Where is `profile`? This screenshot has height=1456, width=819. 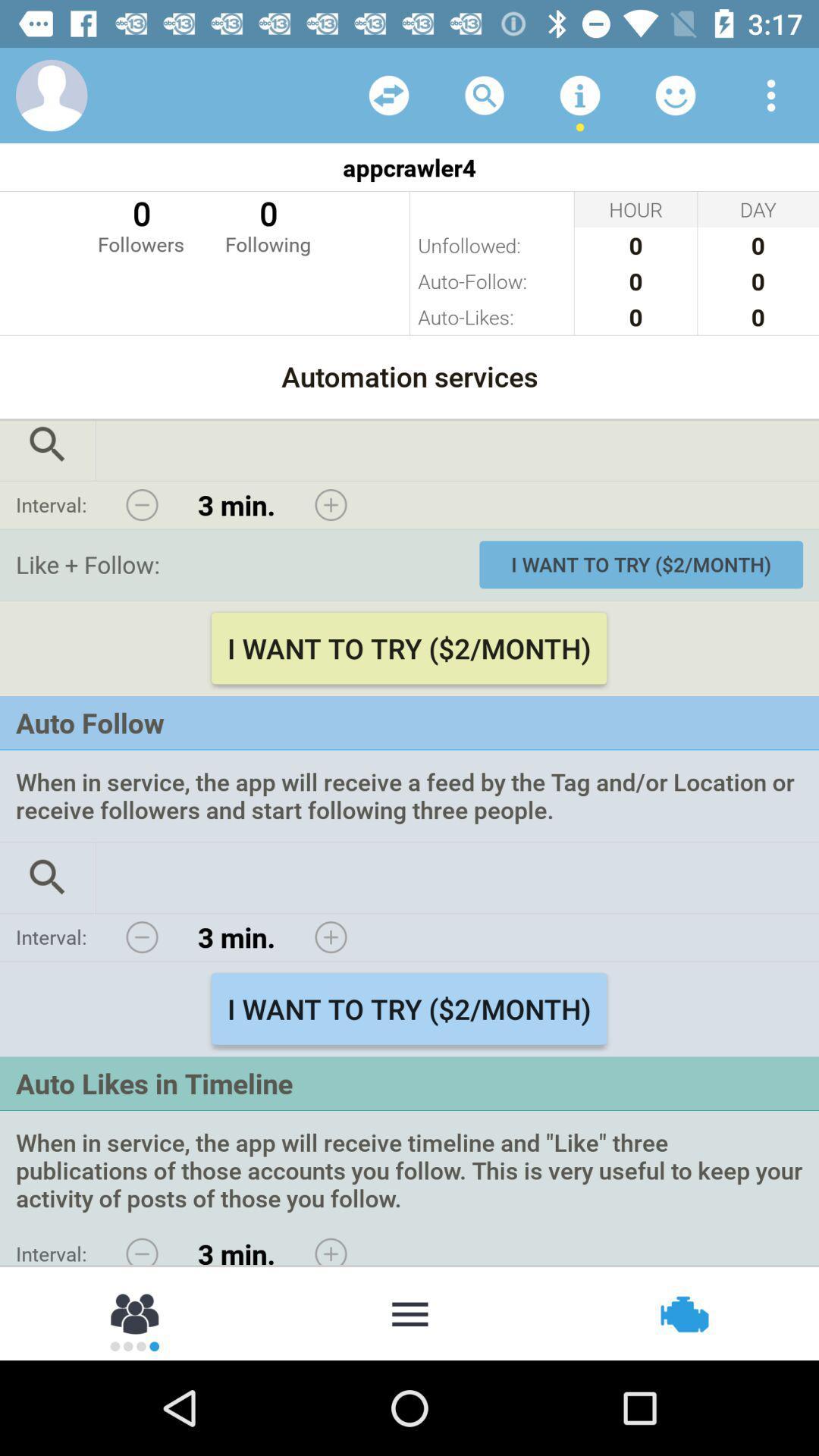 profile is located at coordinates (51, 94).